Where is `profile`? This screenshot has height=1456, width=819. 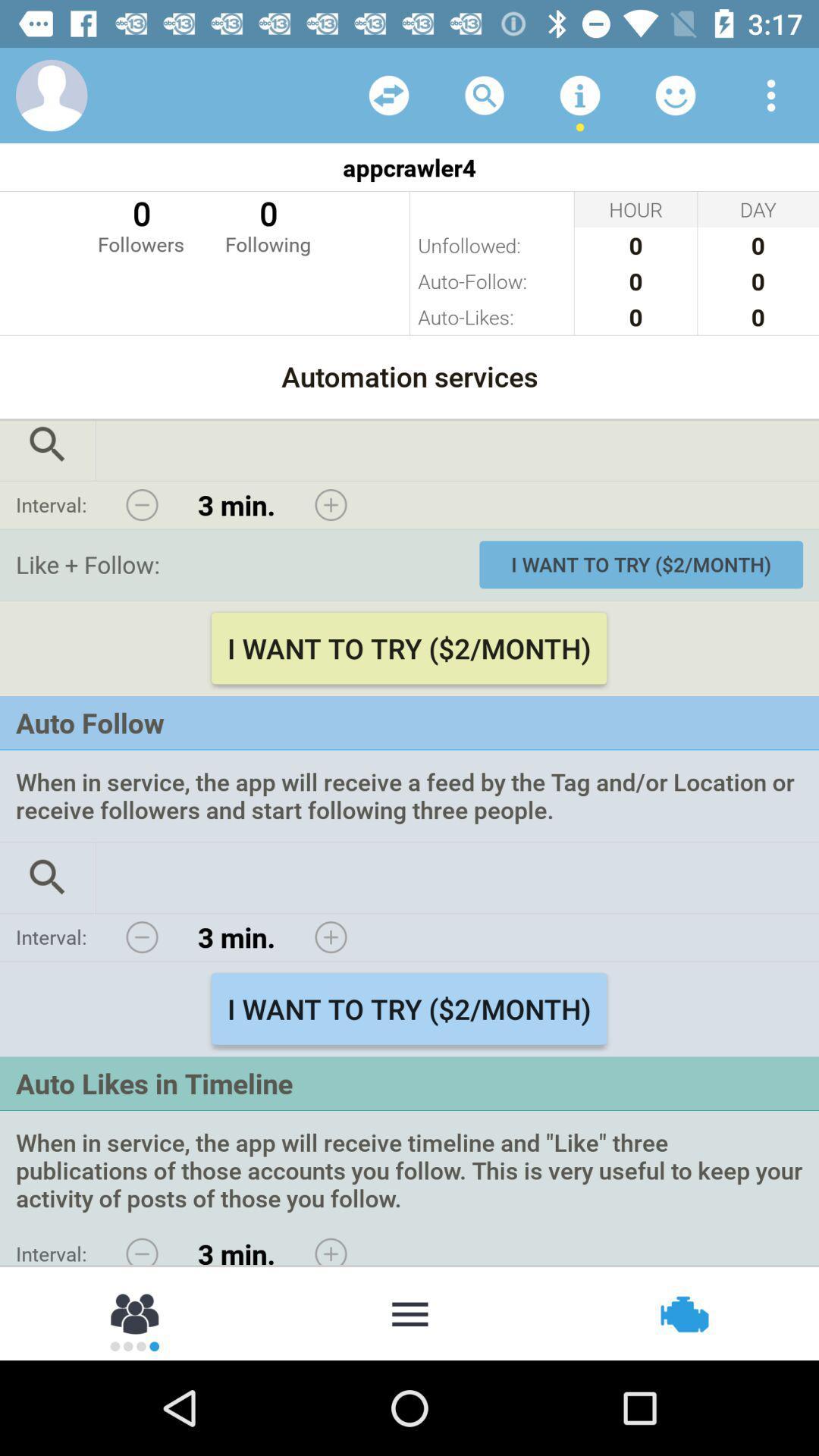 profile is located at coordinates (51, 94).